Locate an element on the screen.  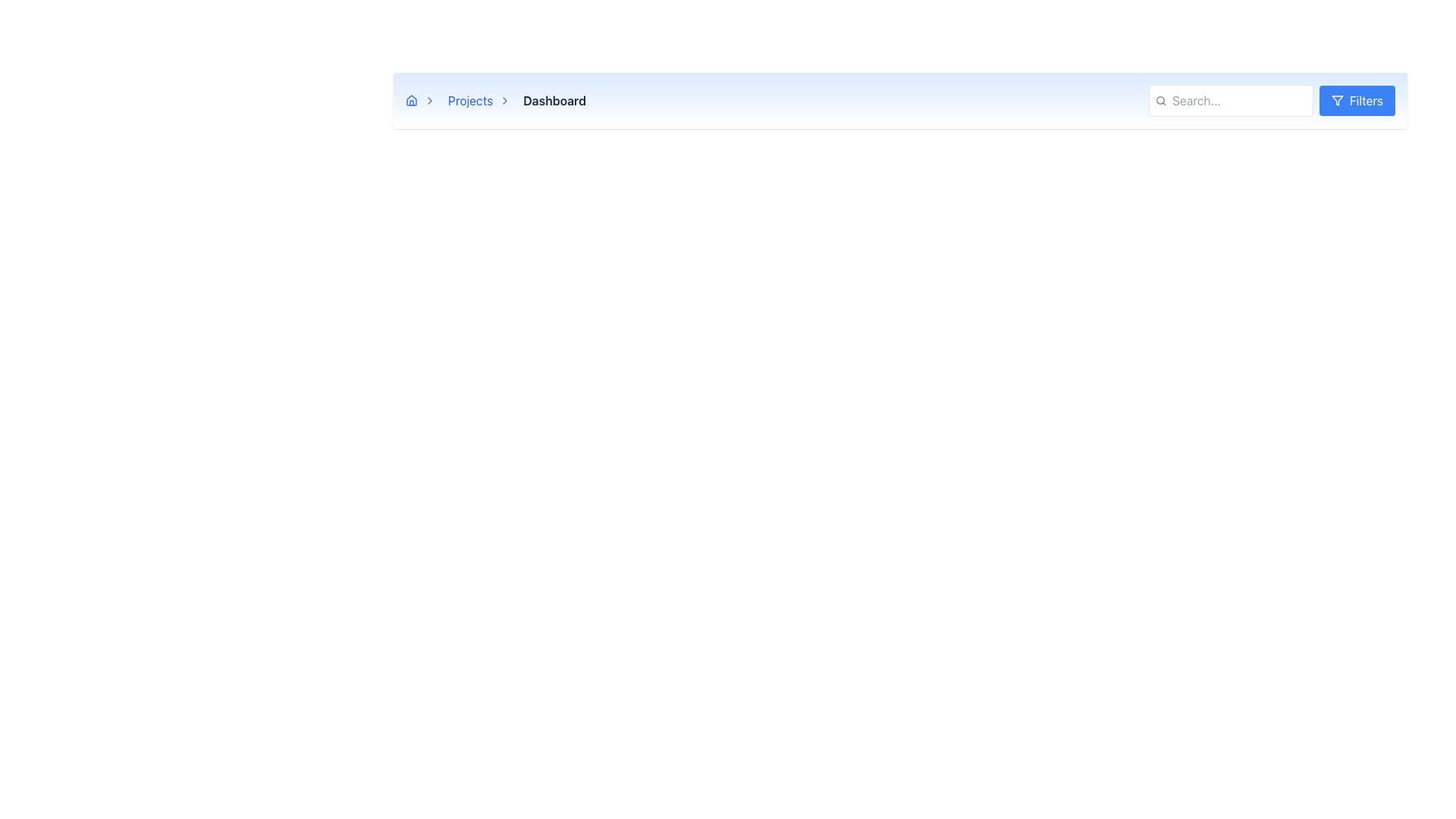
the right-pointing gray chevron icon located between the 'Projects' label and the 'Dashboard' label for navigational context is located at coordinates (428, 100).